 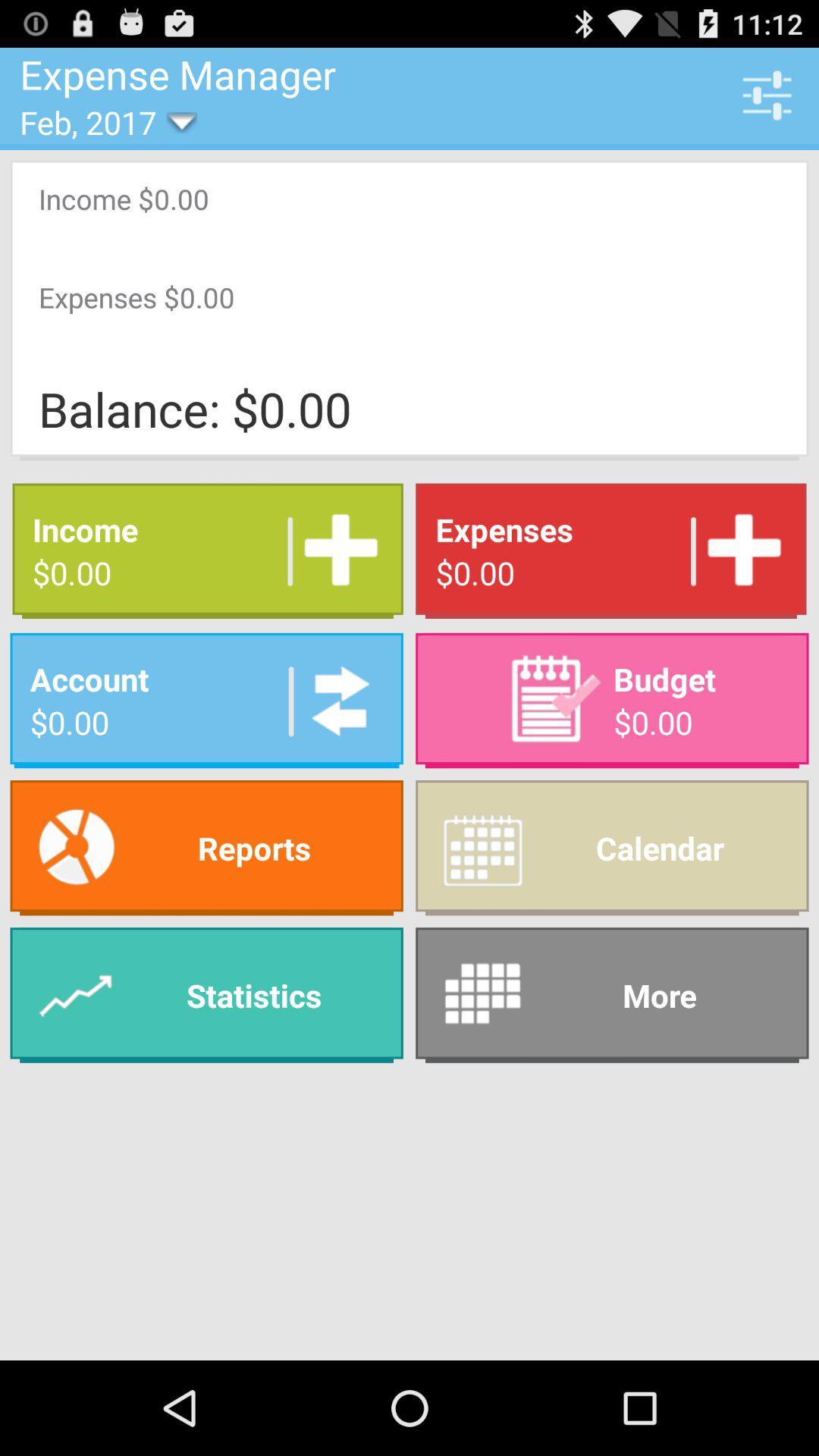 I want to click on account, so click(x=334, y=699).